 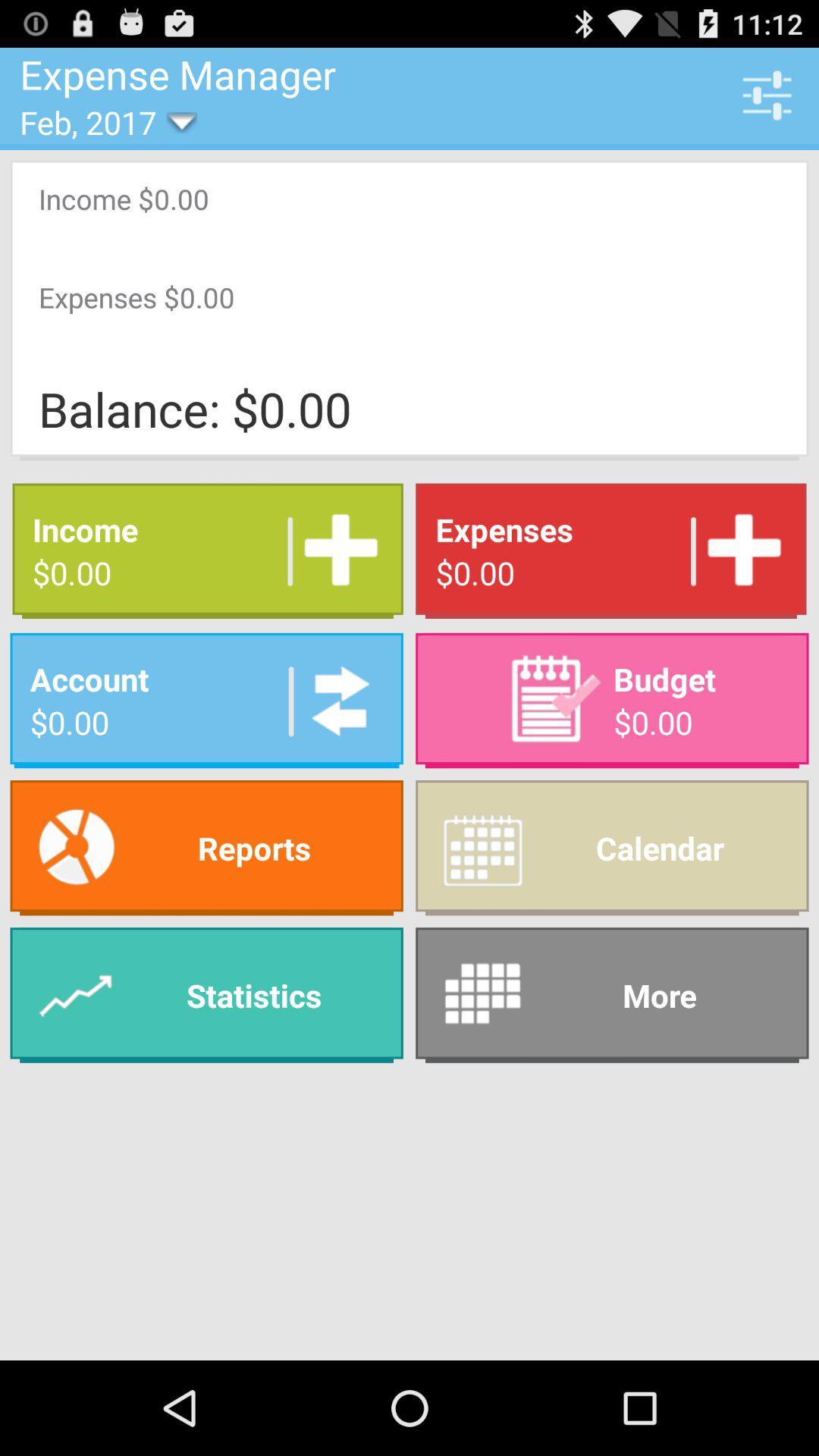 I want to click on account, so click(x=334, y=699).